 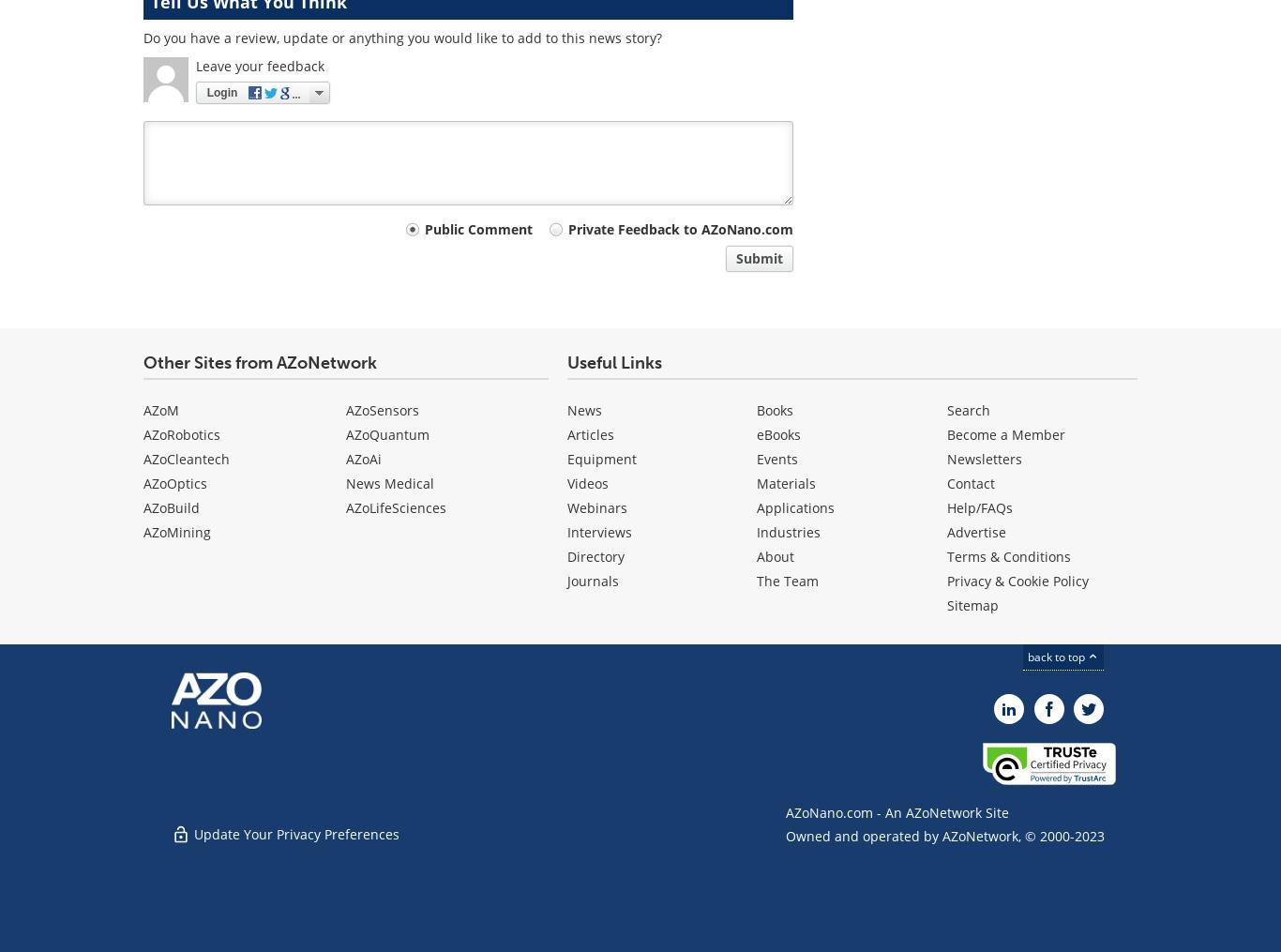 I want to click on 'AZoNano.com - An AZoNetwork Site', so click(x=785, y=811).